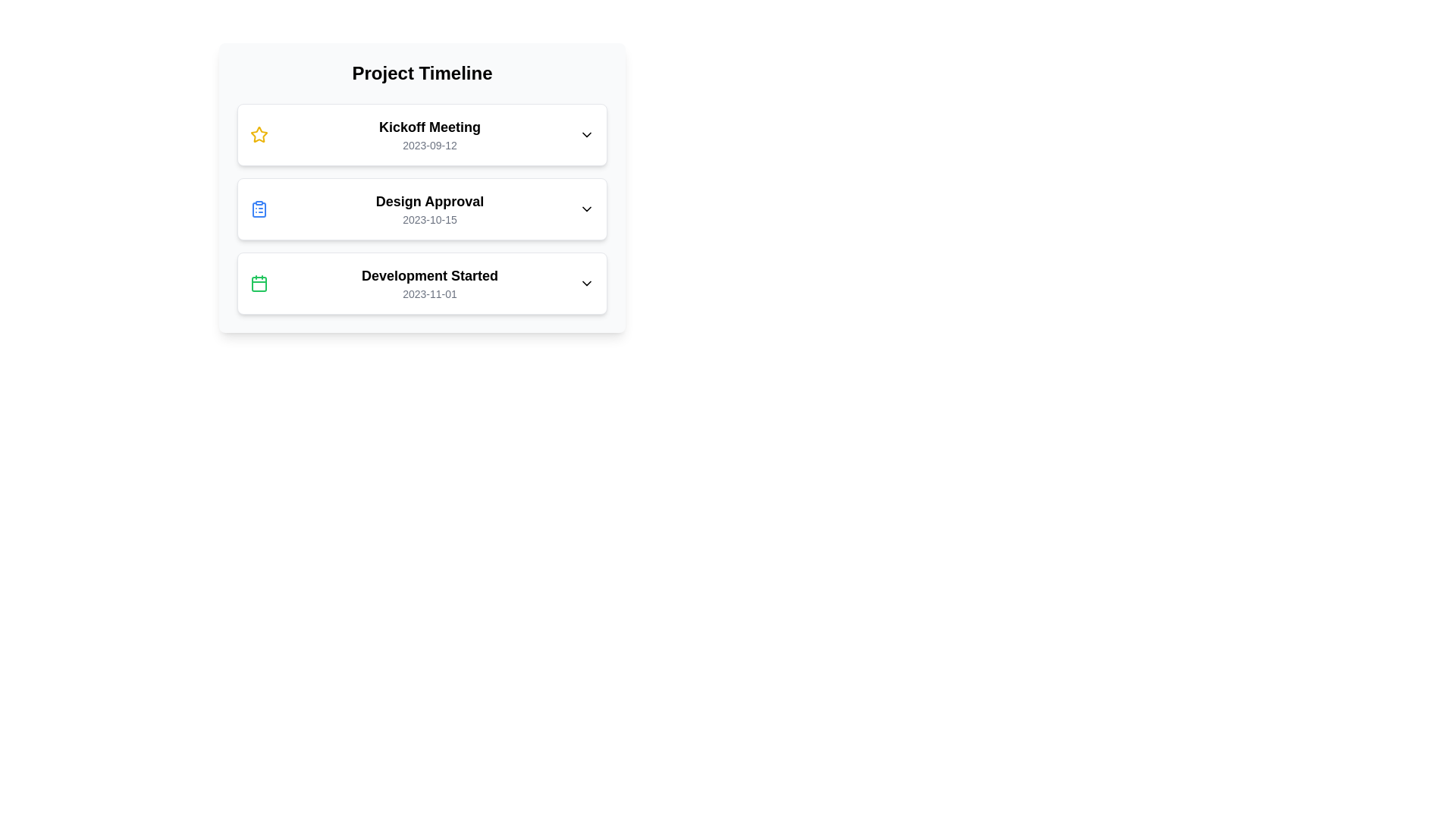 The image size is (1456, 819). What do you see at coordinates (428, 127) in the screenshot?
I see `the text element 'Kickoff Meeting' which is the first entry in the segmented list under 'Project Timeline'` at bounding box center [428, 127].